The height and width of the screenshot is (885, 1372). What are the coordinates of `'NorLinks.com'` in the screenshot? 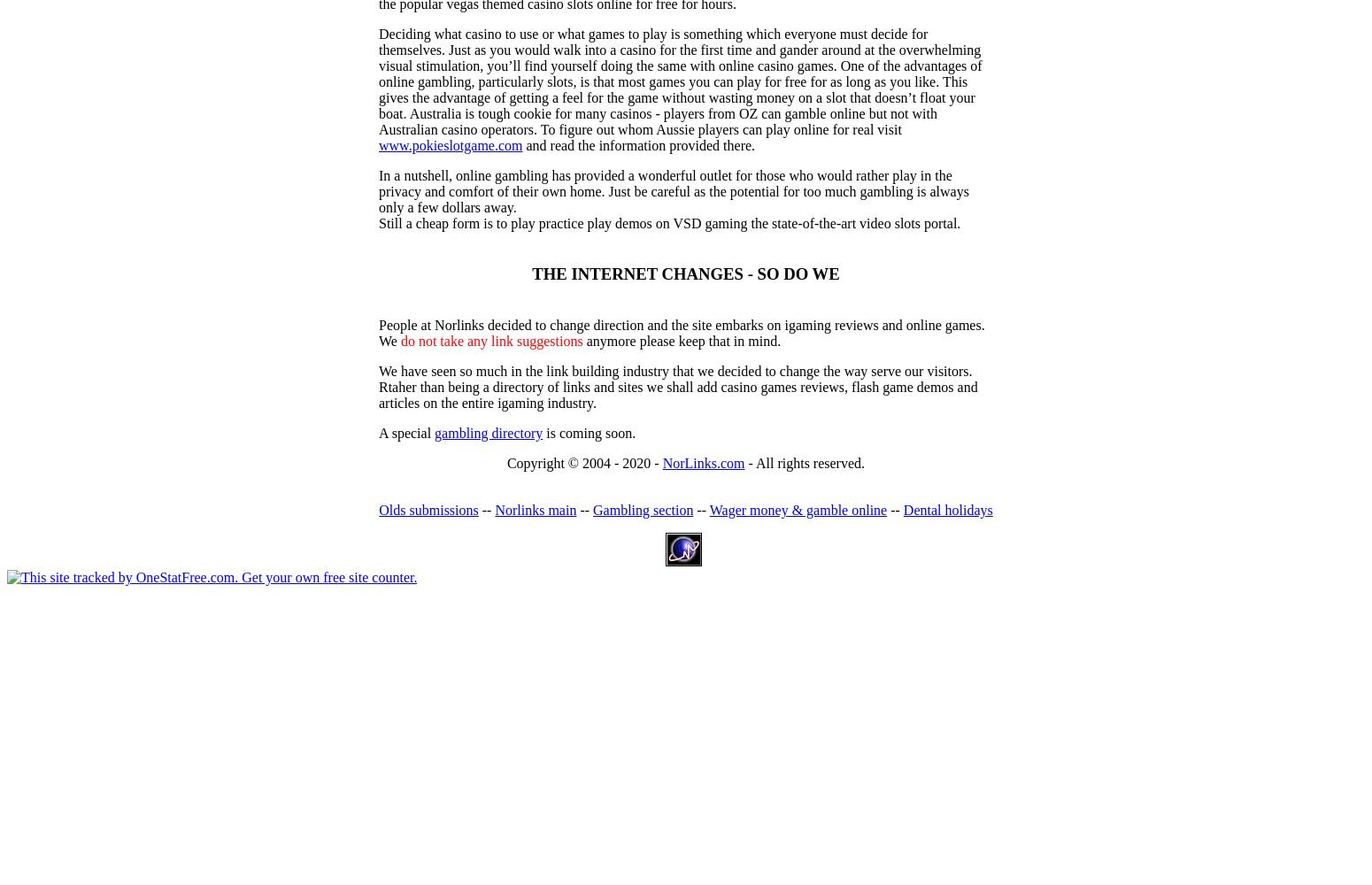 It's located at (702, 463).